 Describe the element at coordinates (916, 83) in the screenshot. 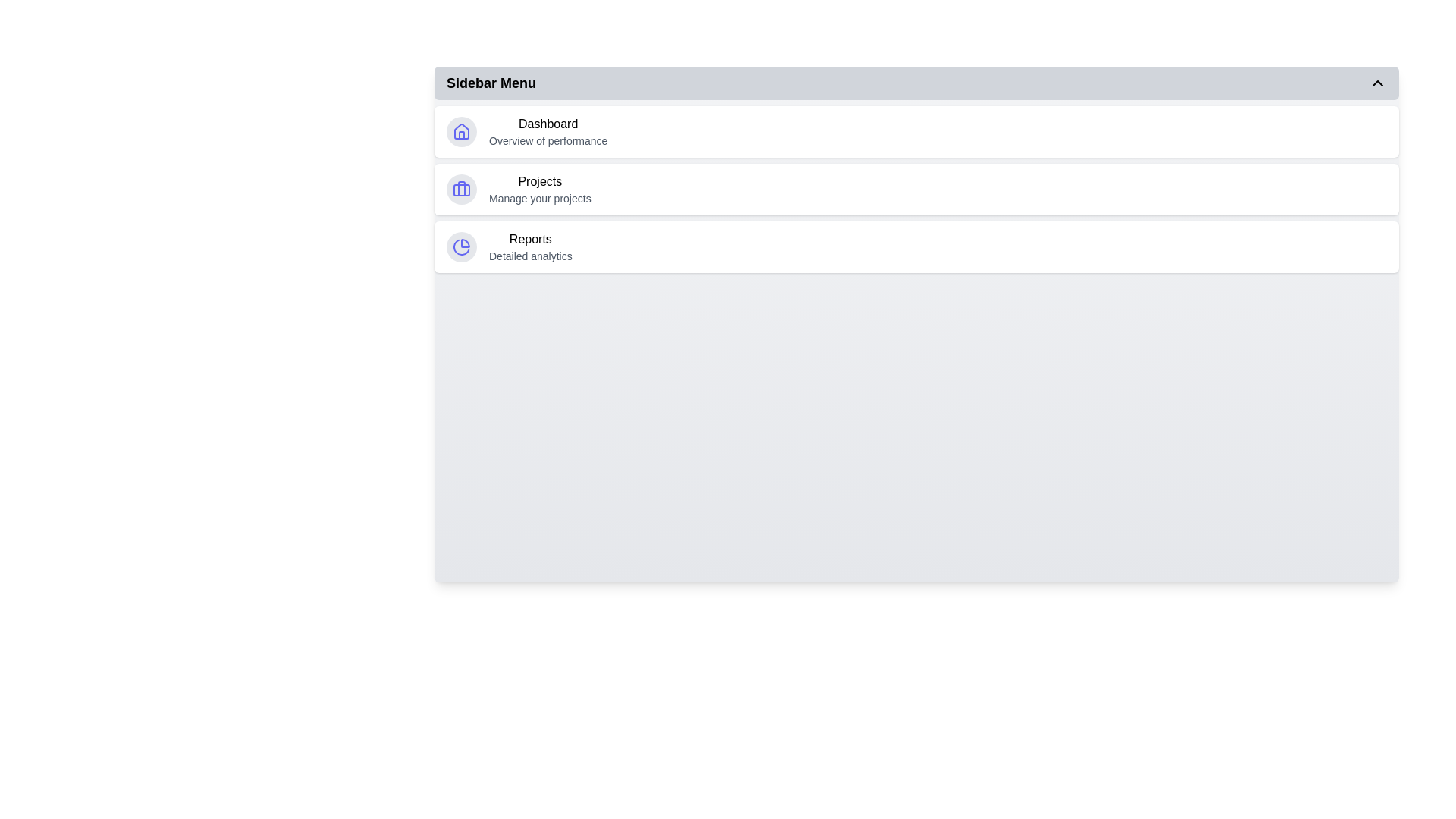

I see `the button labeled 'Sidebar Menu' to toggle the menu open or closed` at that location.